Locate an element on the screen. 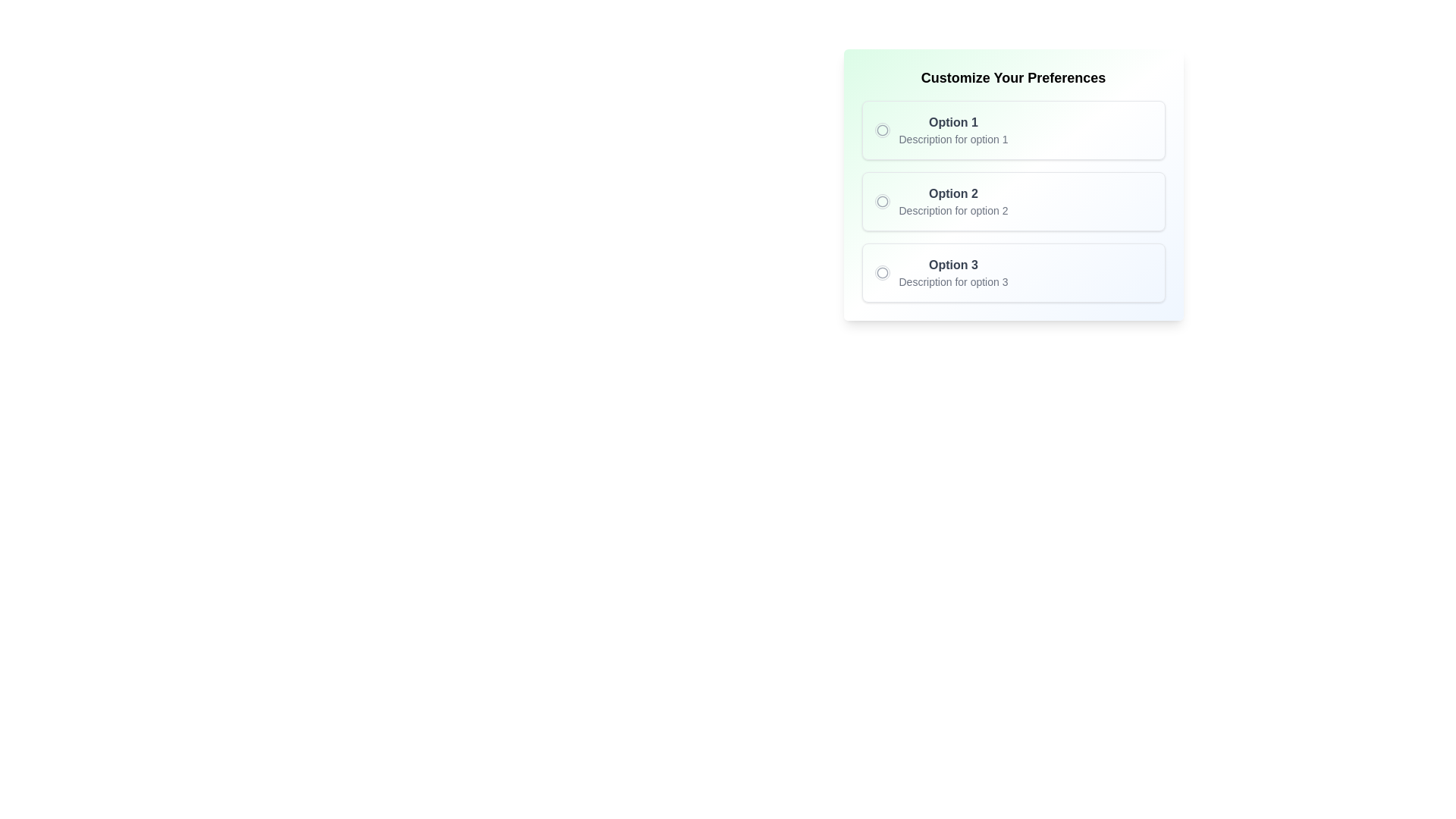 The width and height of the screenshot is (1456, 819). the 'Option 1' radio button is located at coordinates (882, 130).